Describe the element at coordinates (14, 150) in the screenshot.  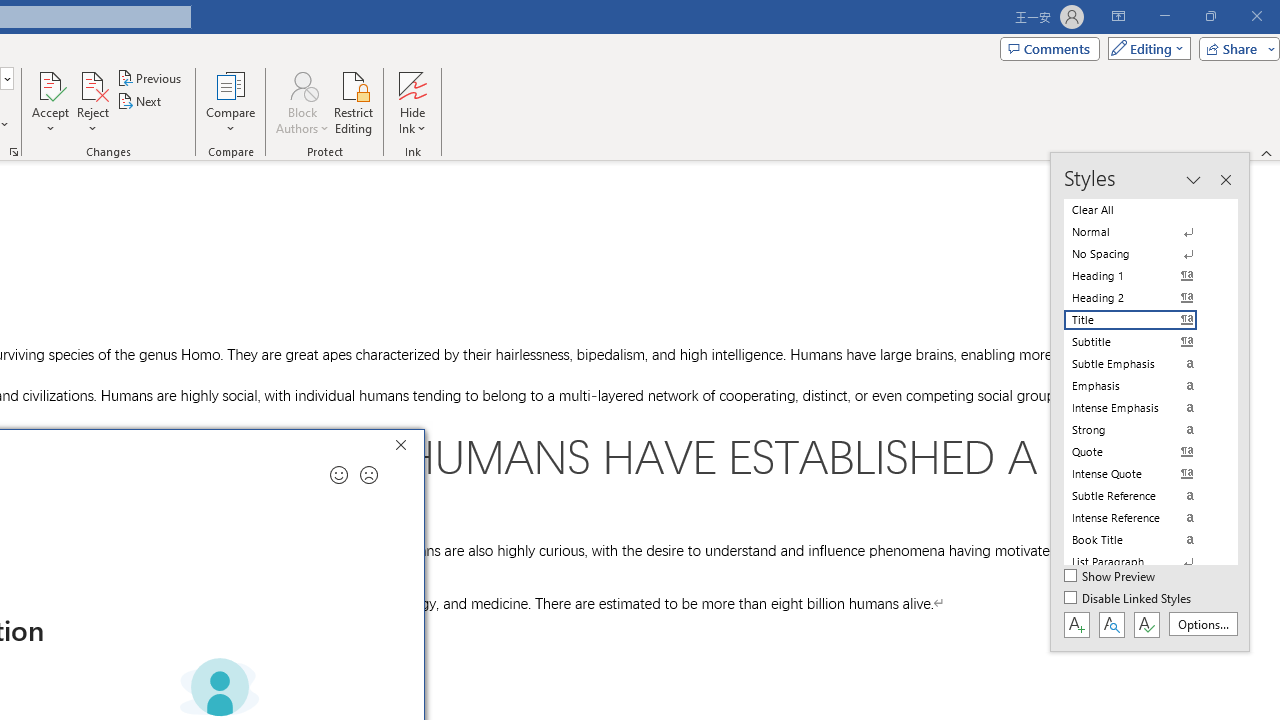
I see `'Change Tracking Options...'` at that location.